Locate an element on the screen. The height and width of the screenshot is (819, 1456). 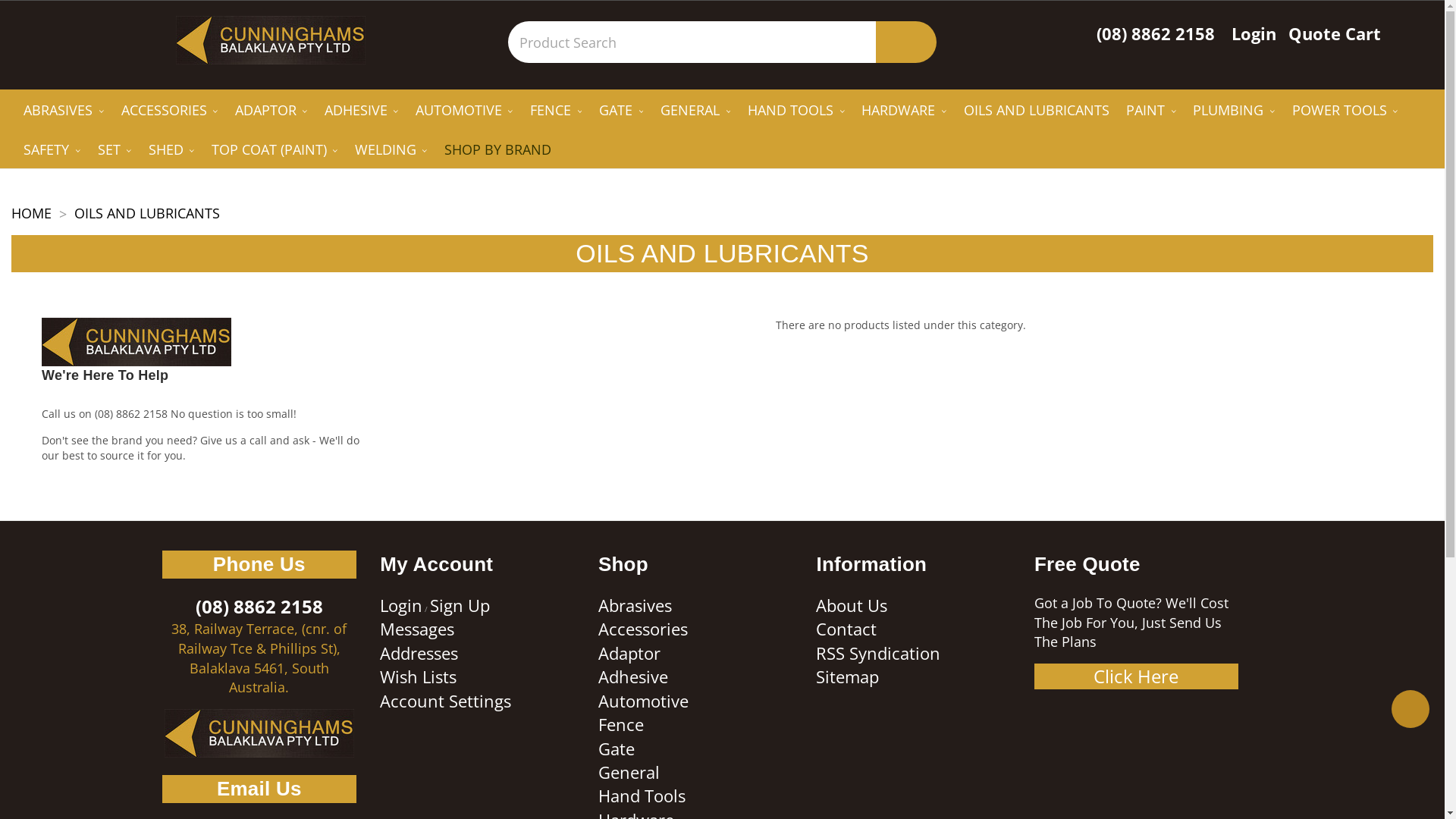
'Contact' is located at coordinates (846, 629).